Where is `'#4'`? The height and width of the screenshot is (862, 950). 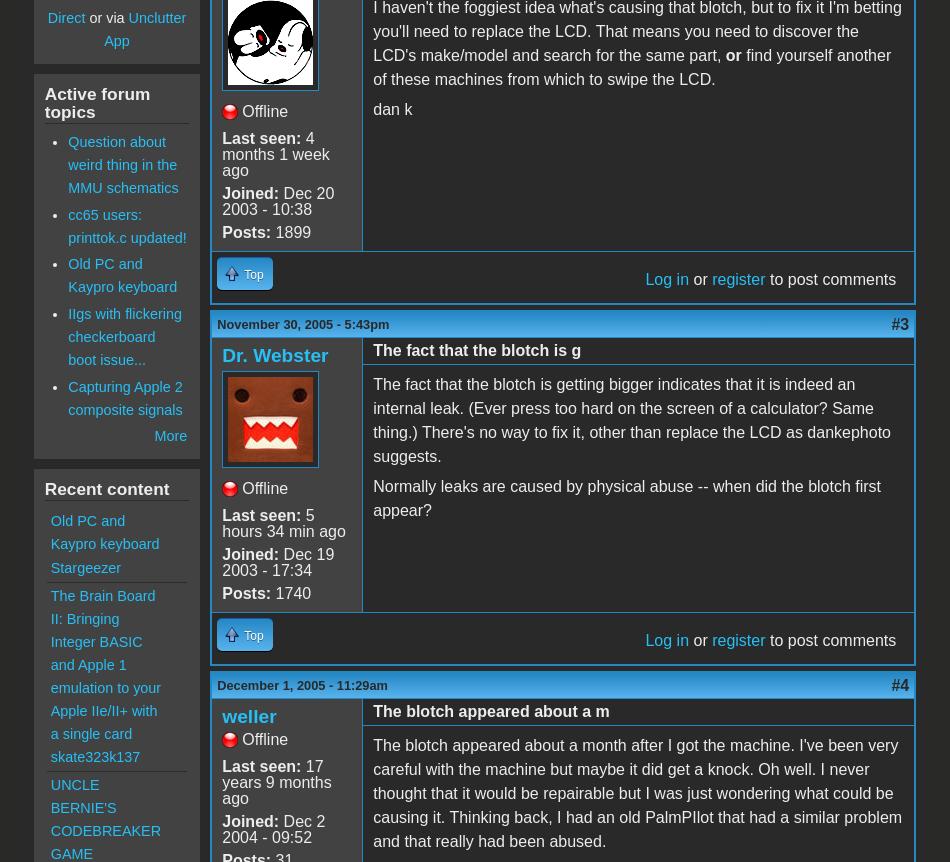
'#4' is located at coordinates (890, 683).